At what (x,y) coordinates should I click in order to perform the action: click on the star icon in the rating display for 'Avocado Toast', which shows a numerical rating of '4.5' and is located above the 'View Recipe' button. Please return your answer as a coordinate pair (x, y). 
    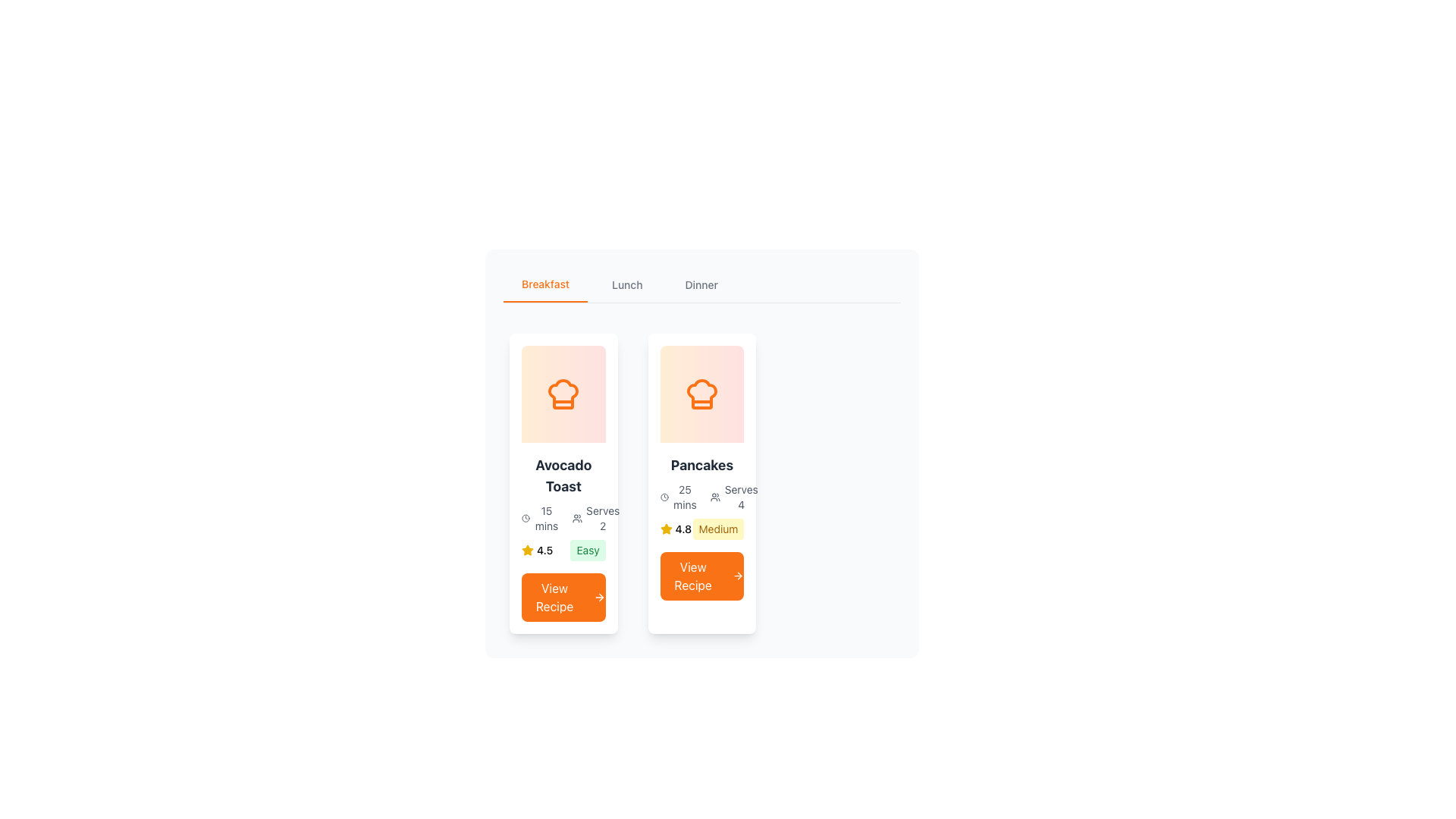
    Looking at the image, I should click on (537, 550).